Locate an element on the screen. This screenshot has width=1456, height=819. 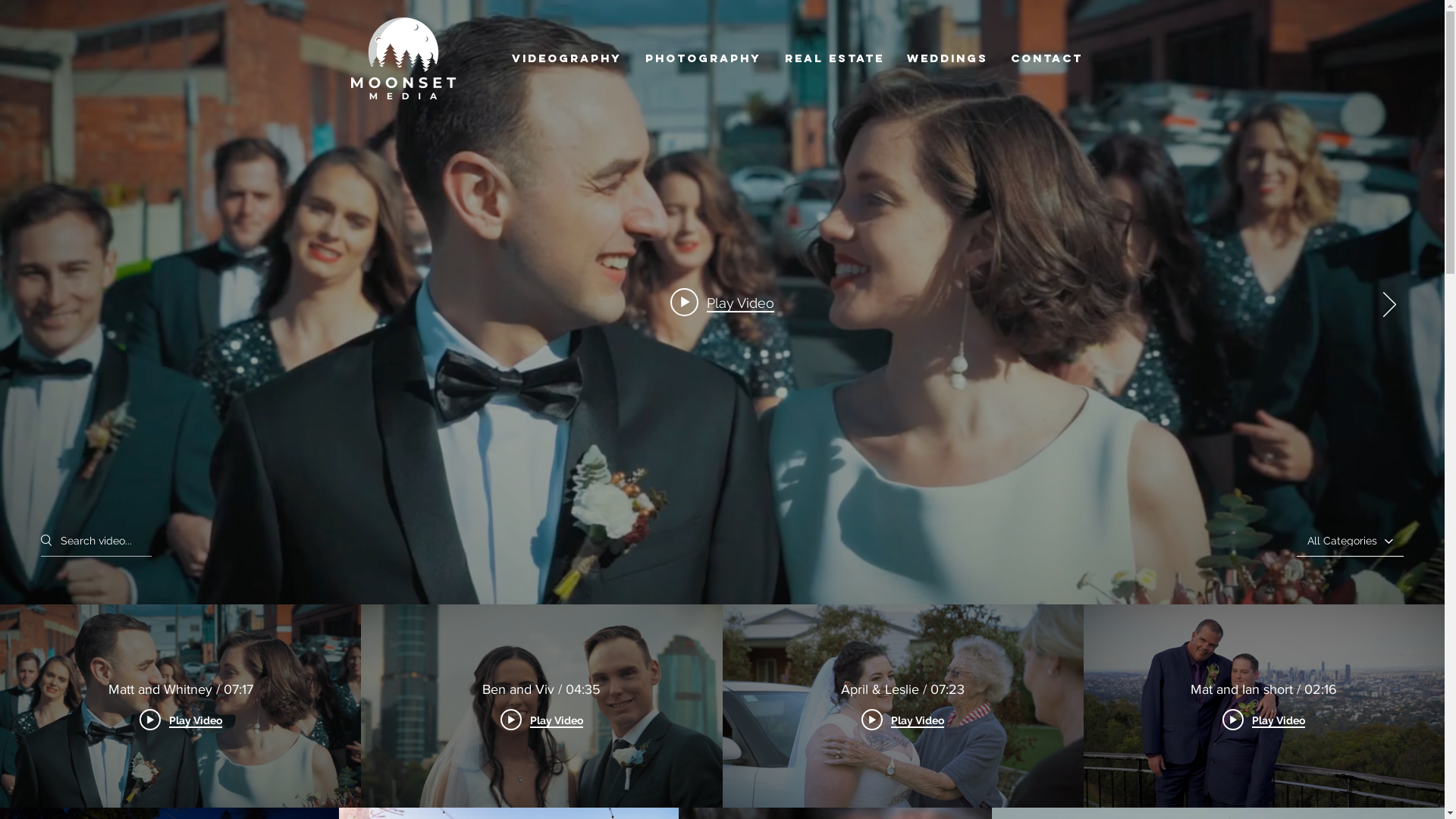
'WEDDINGS' is located at coordinates (946, 58).